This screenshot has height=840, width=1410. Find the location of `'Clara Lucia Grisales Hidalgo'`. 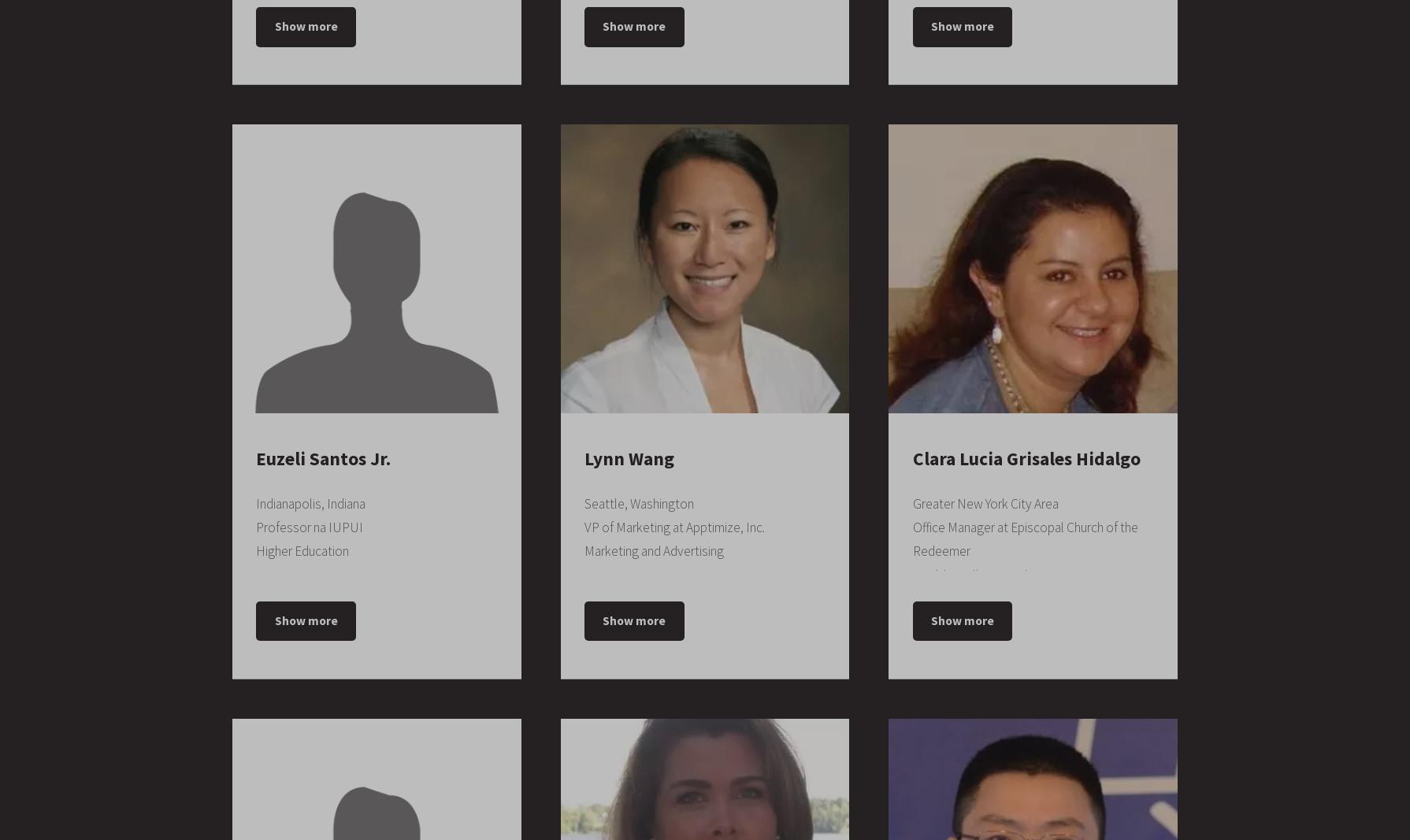

'Clara Lucia Grisales Hidalgo' is located at coordinates (1026, 458).